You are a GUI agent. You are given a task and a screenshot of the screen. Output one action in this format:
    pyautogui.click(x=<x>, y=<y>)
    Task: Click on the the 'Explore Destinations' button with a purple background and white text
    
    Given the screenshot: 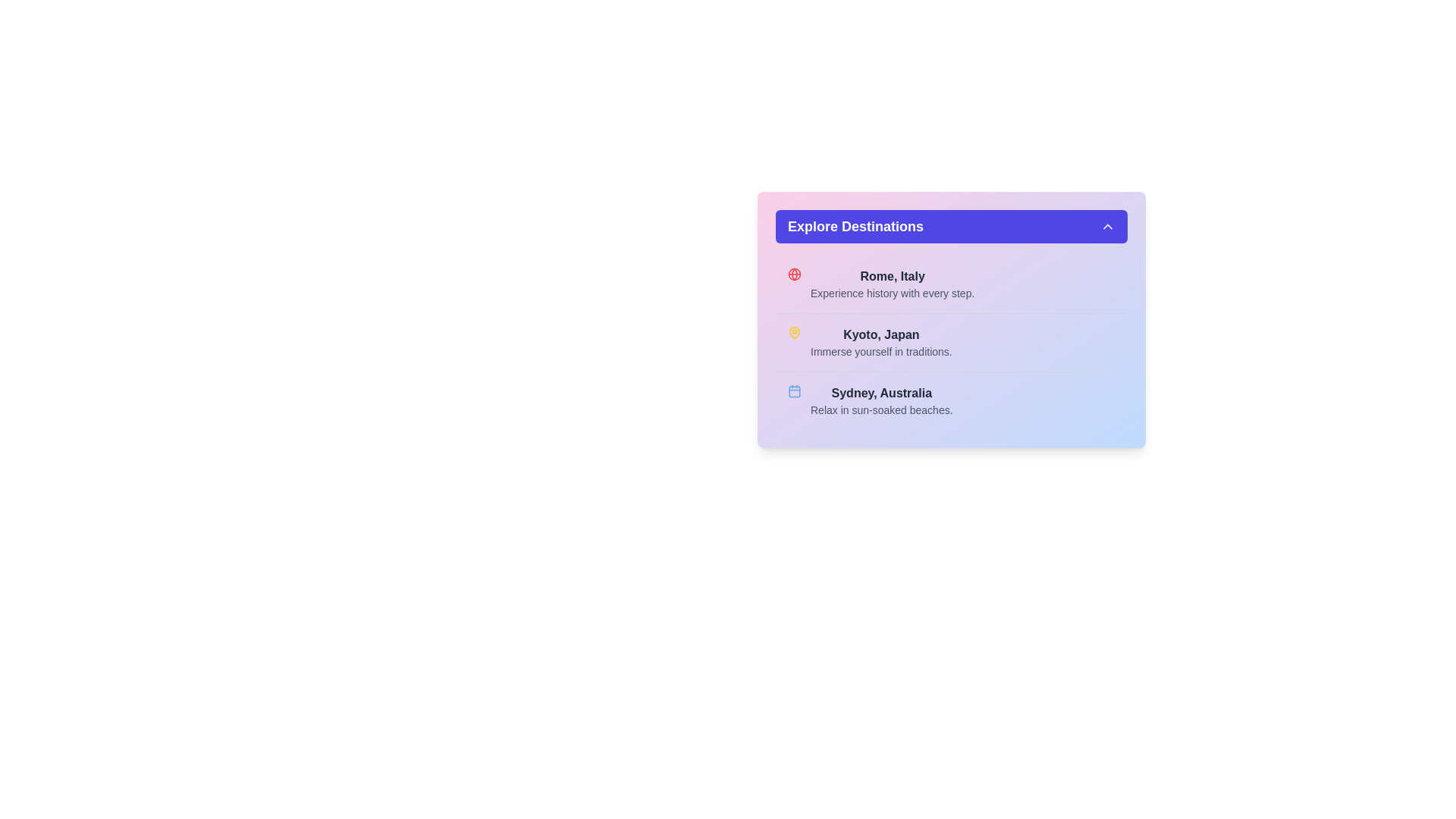 What is the action you would take?
    pyautogui.click(x=950, y=227)
    